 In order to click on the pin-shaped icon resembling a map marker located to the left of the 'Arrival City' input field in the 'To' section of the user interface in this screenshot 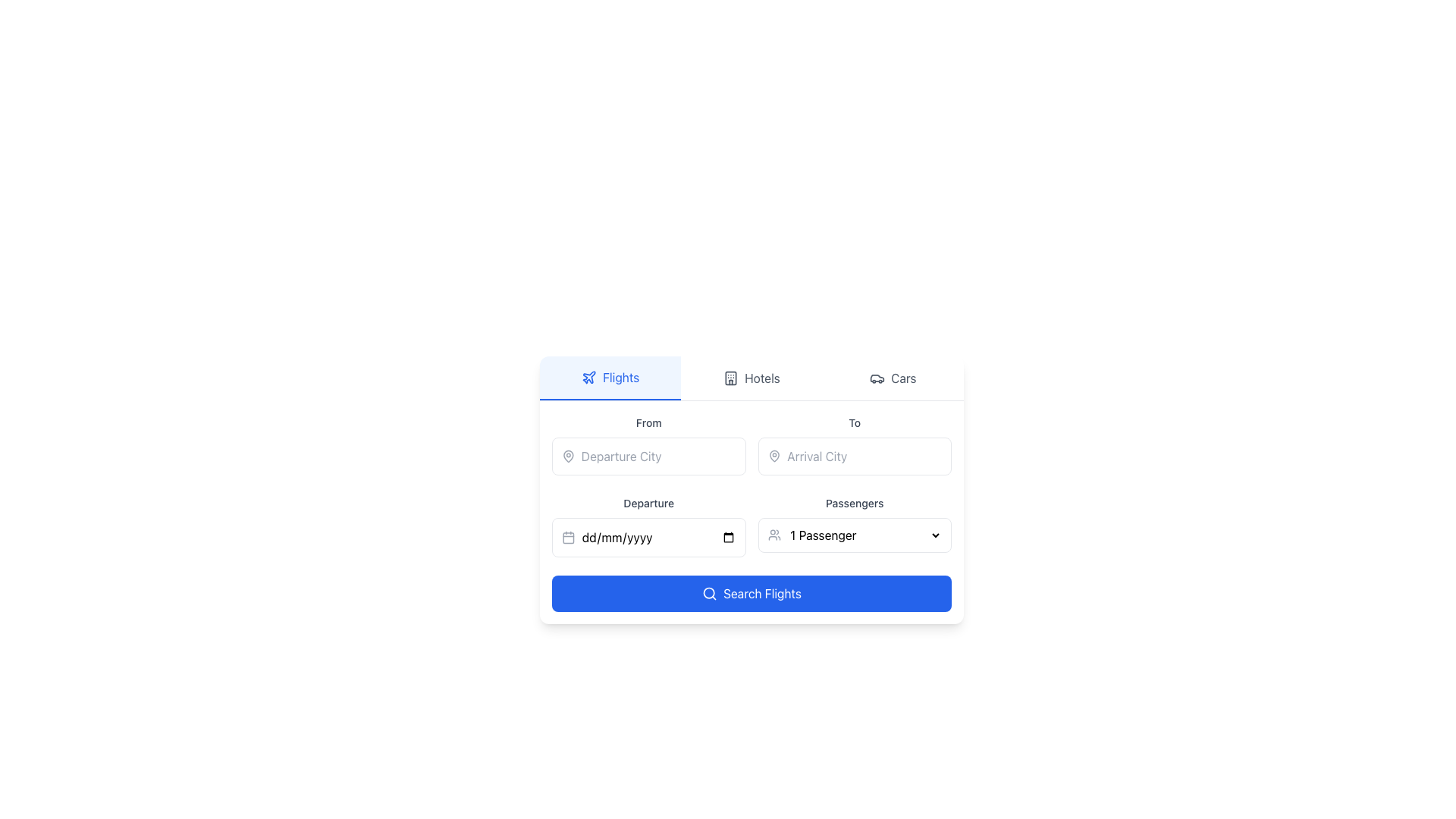, I will do `click(774, 455)`.